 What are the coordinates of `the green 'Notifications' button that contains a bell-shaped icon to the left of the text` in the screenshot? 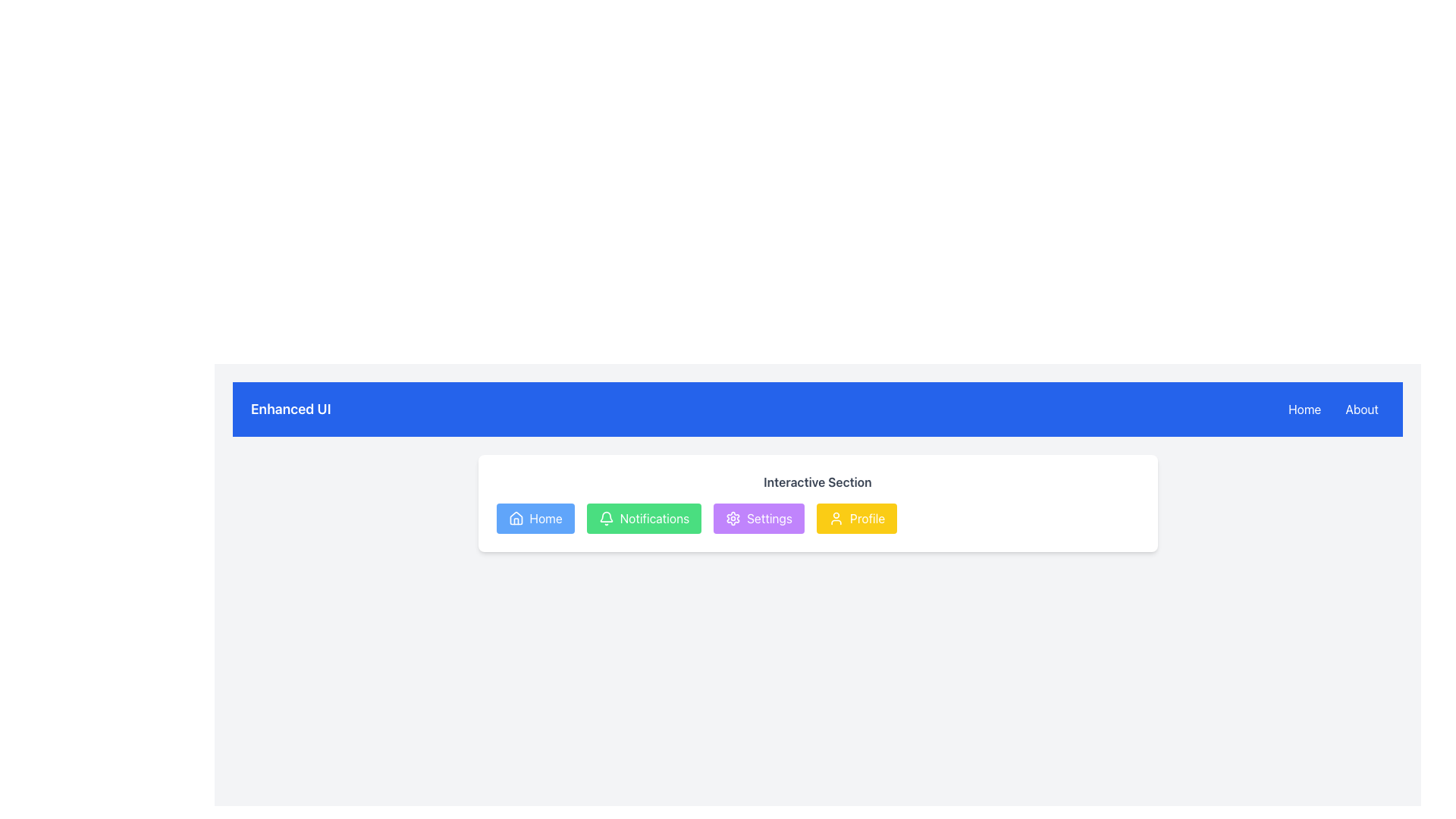 It's located at (605, 517).